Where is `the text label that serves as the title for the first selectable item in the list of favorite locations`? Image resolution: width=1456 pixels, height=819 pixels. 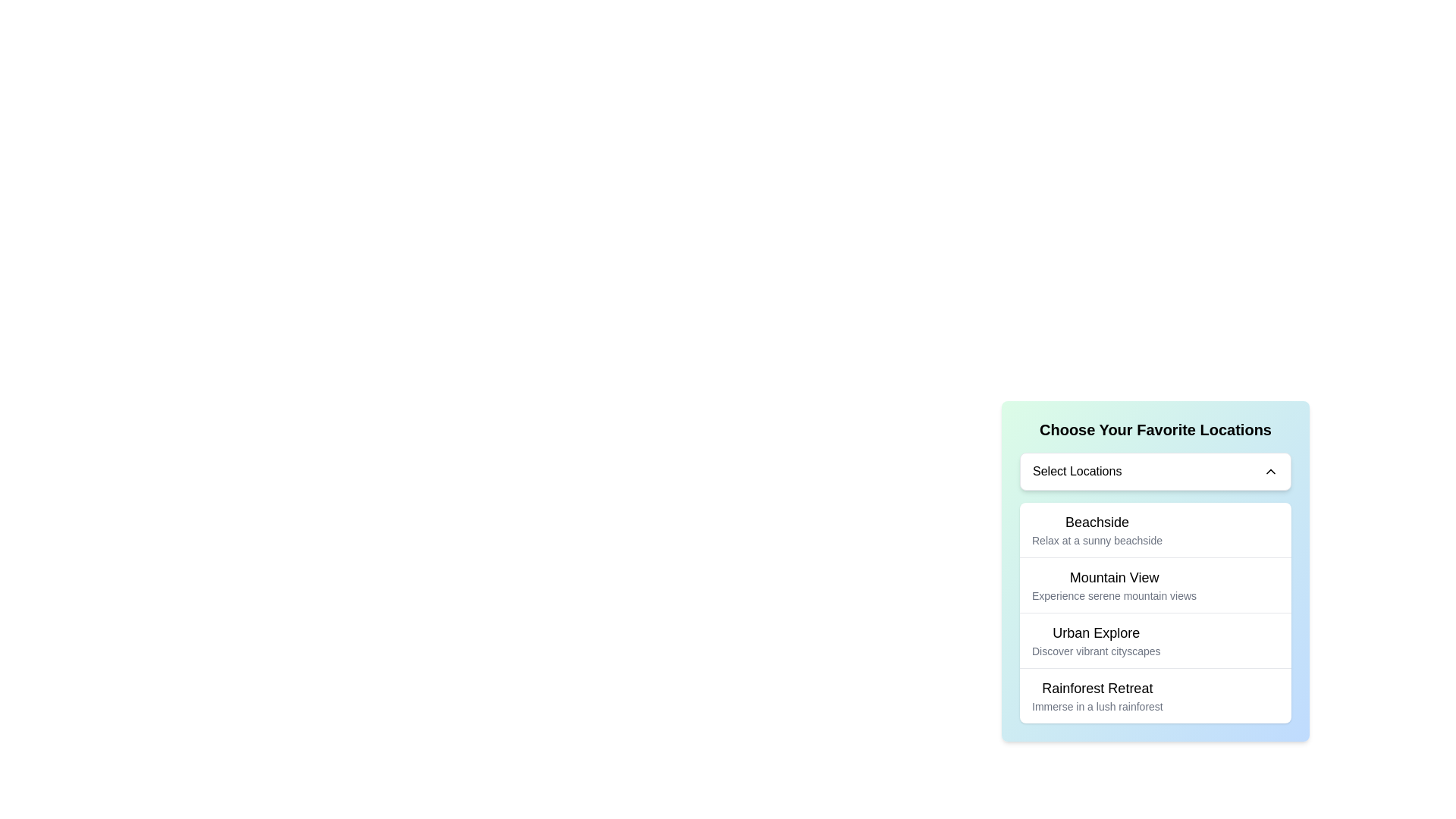 the text label that serves as the title for the first selectable item in the list of favorite locations is located at coordinates (1097, 522).